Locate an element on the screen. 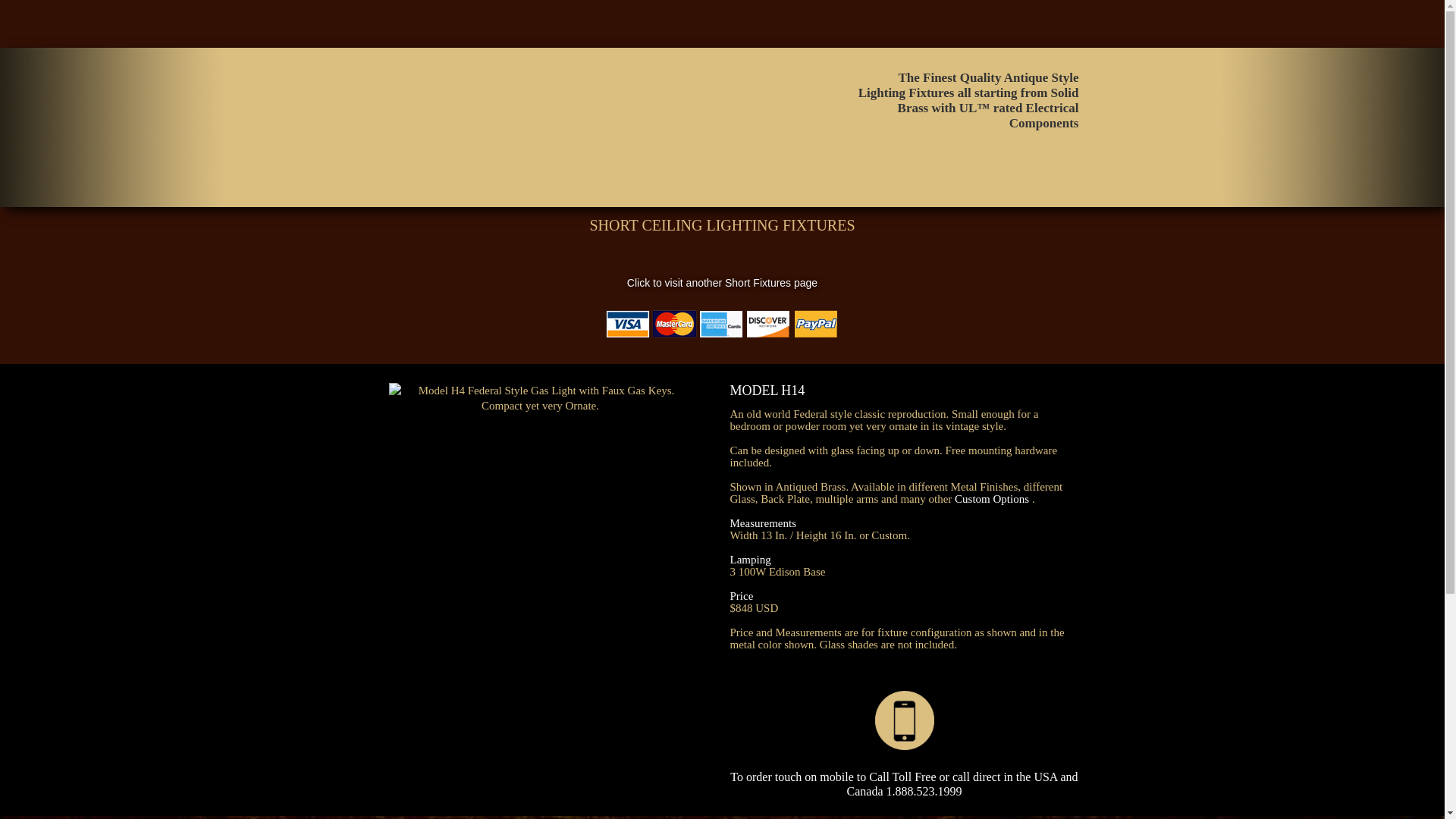  'Custom Options' is located at coordinates (992, 499).